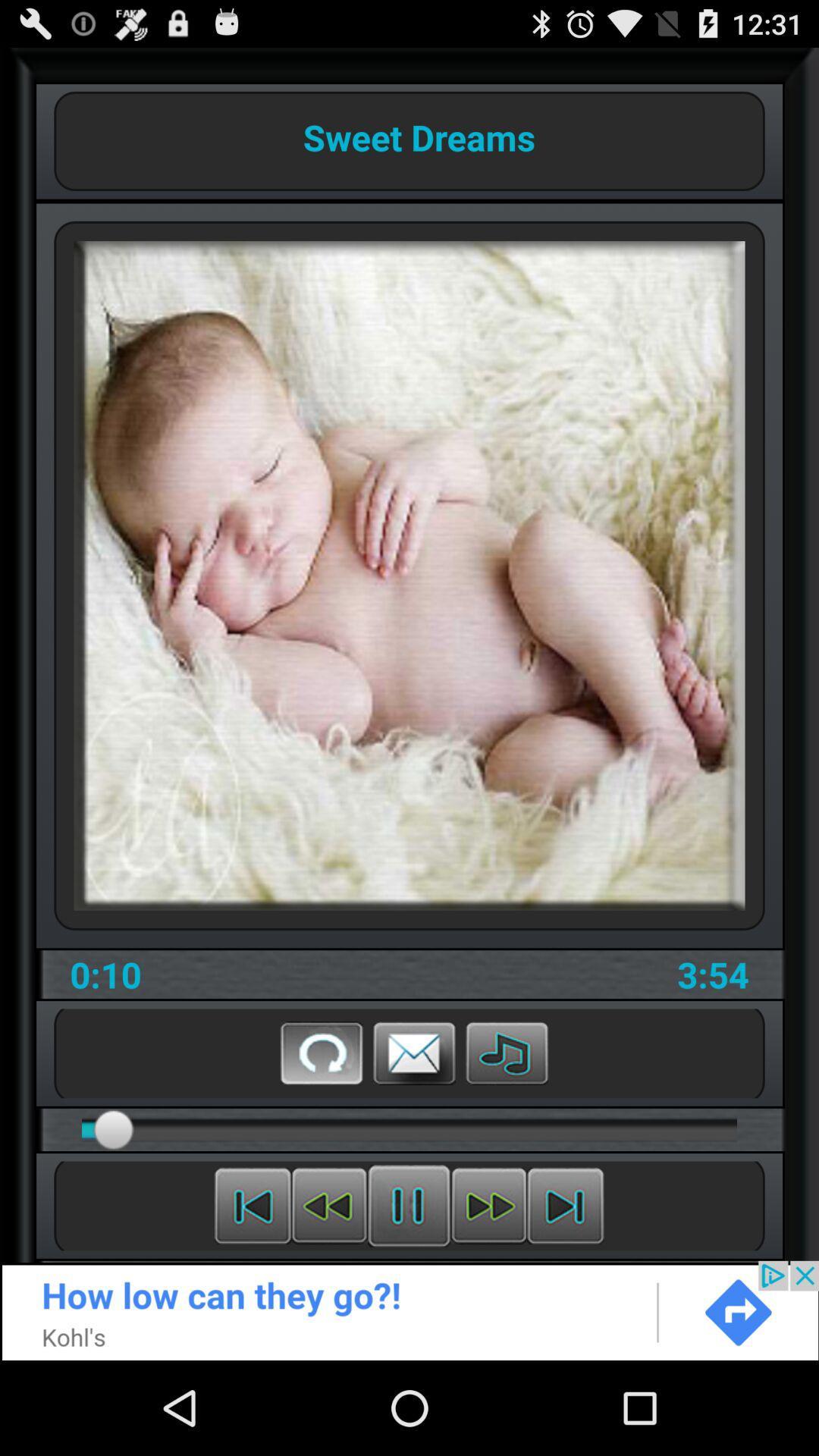 This screenshot has width=819, height=1456. I want to click on previous song/restart current song, so click(252, 1205).